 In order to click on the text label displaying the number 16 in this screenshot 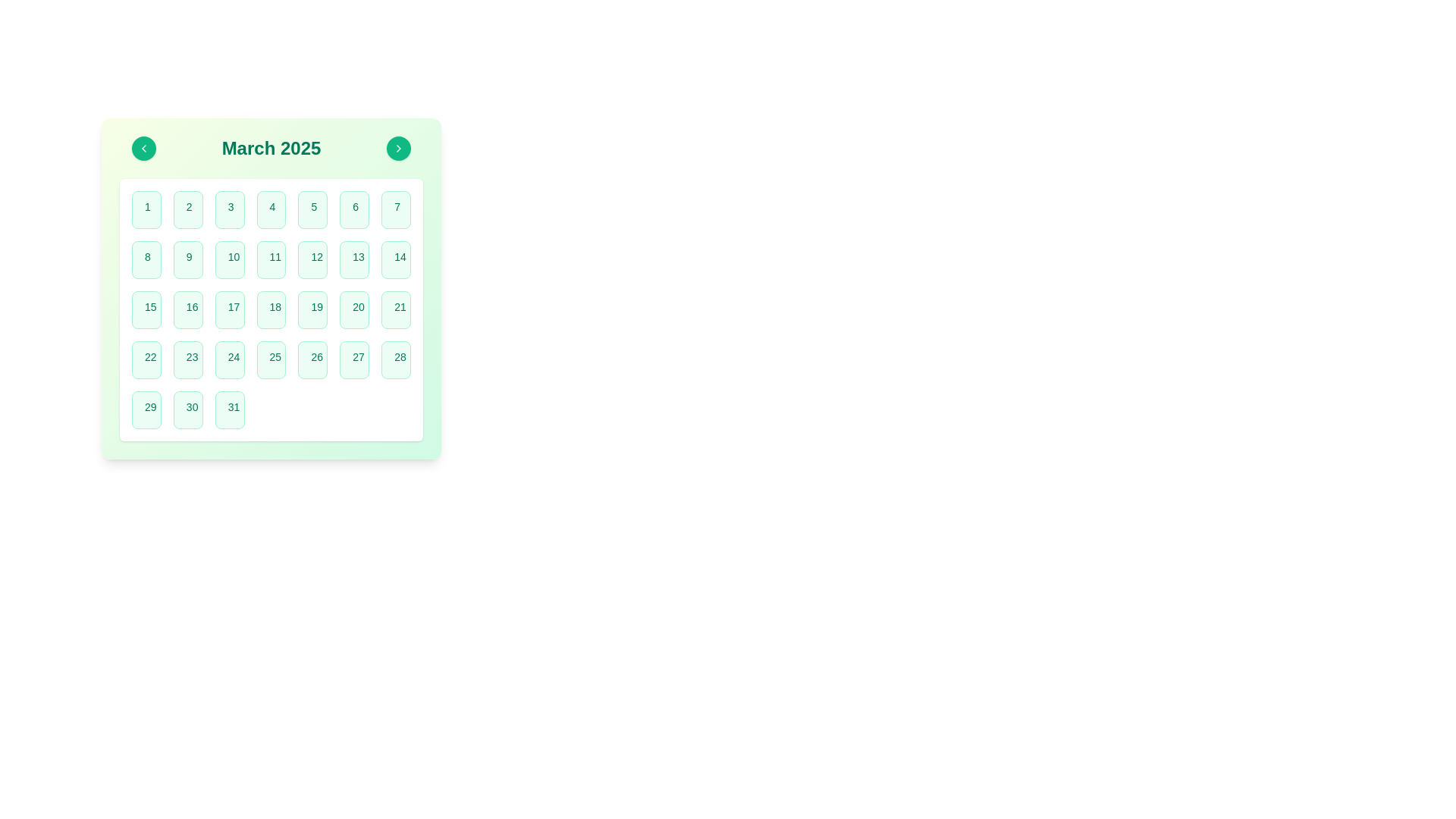, I will do `click(191, 307)`.